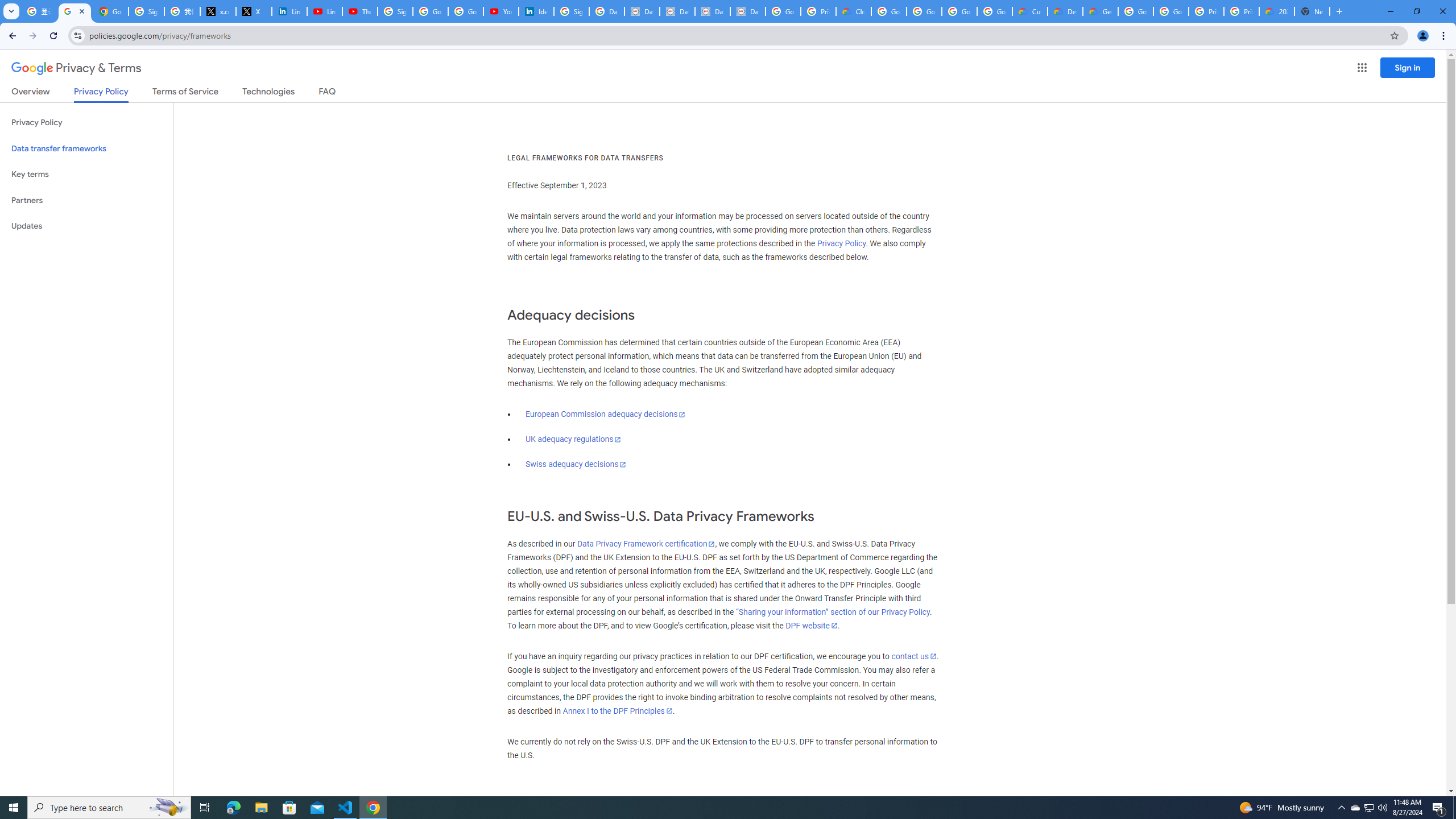 The width and height of the screenshot is (1456, 819). I want to click on 'Cloud Data Processing Addendum | Google Cloud', so click(853, 11).